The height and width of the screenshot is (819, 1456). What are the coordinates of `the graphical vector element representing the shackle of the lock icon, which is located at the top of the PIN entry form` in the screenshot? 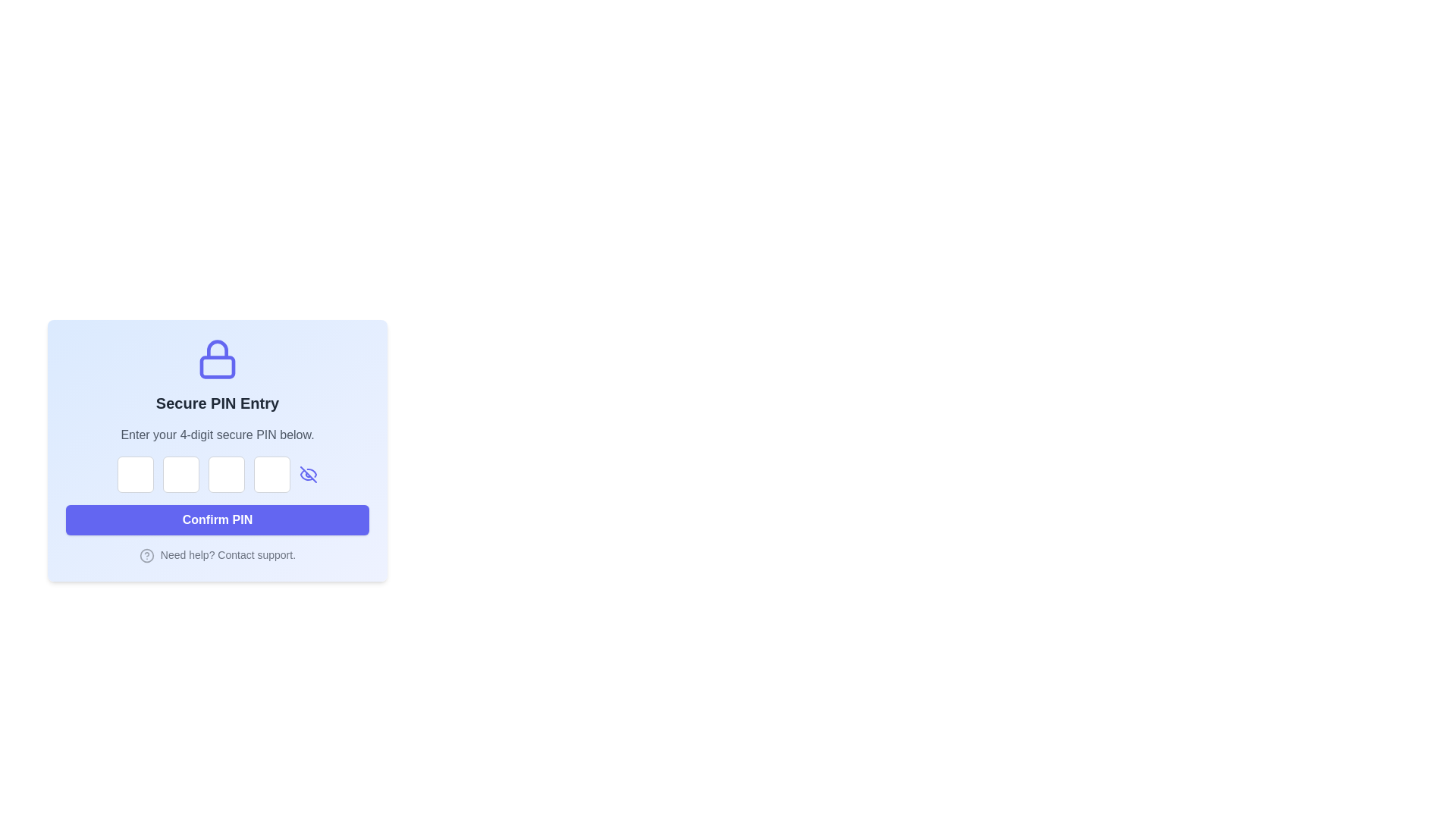 It's located at (217, 350).